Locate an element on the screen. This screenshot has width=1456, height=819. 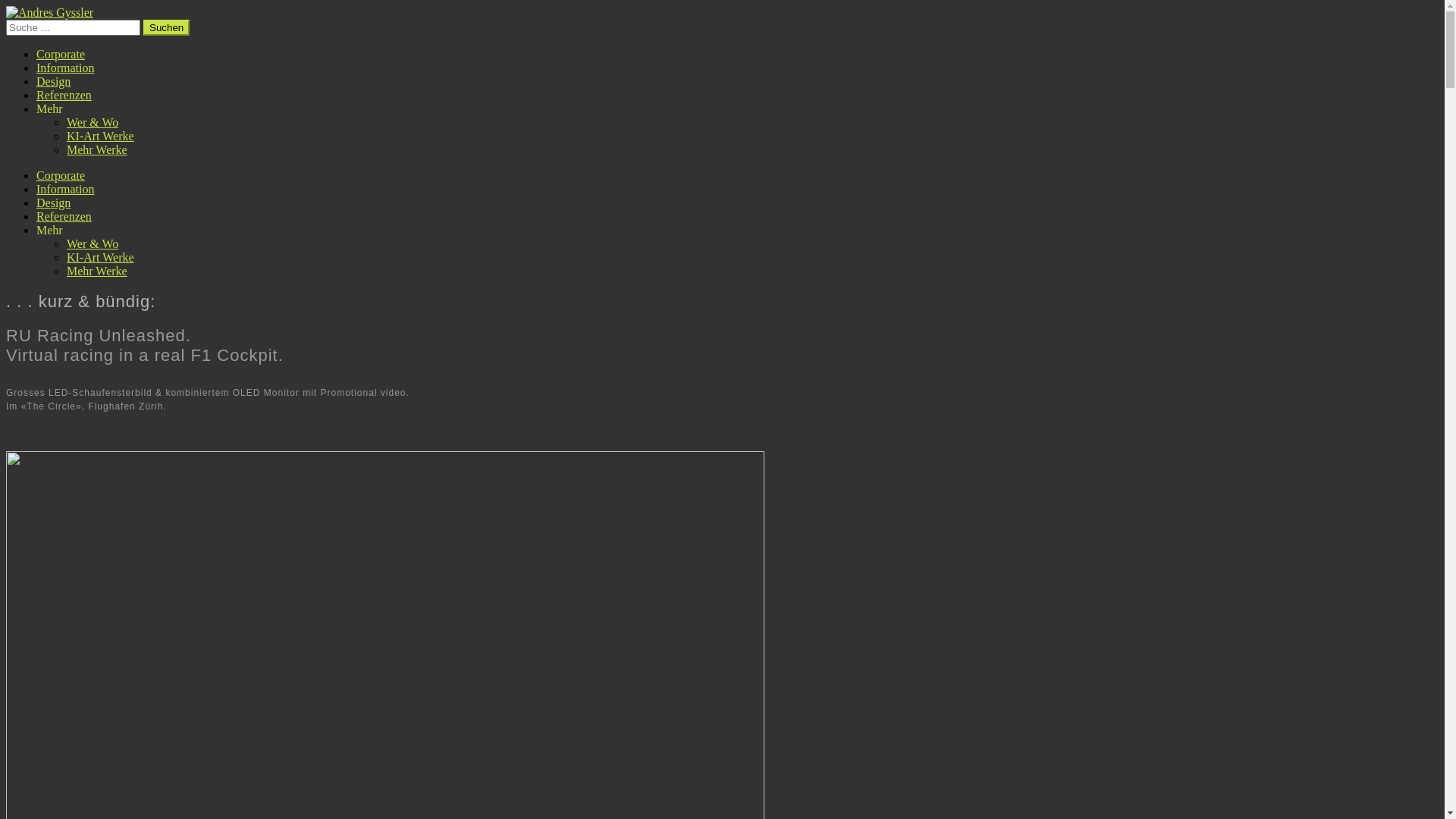
'Information' is located at coordinates (64, 188).